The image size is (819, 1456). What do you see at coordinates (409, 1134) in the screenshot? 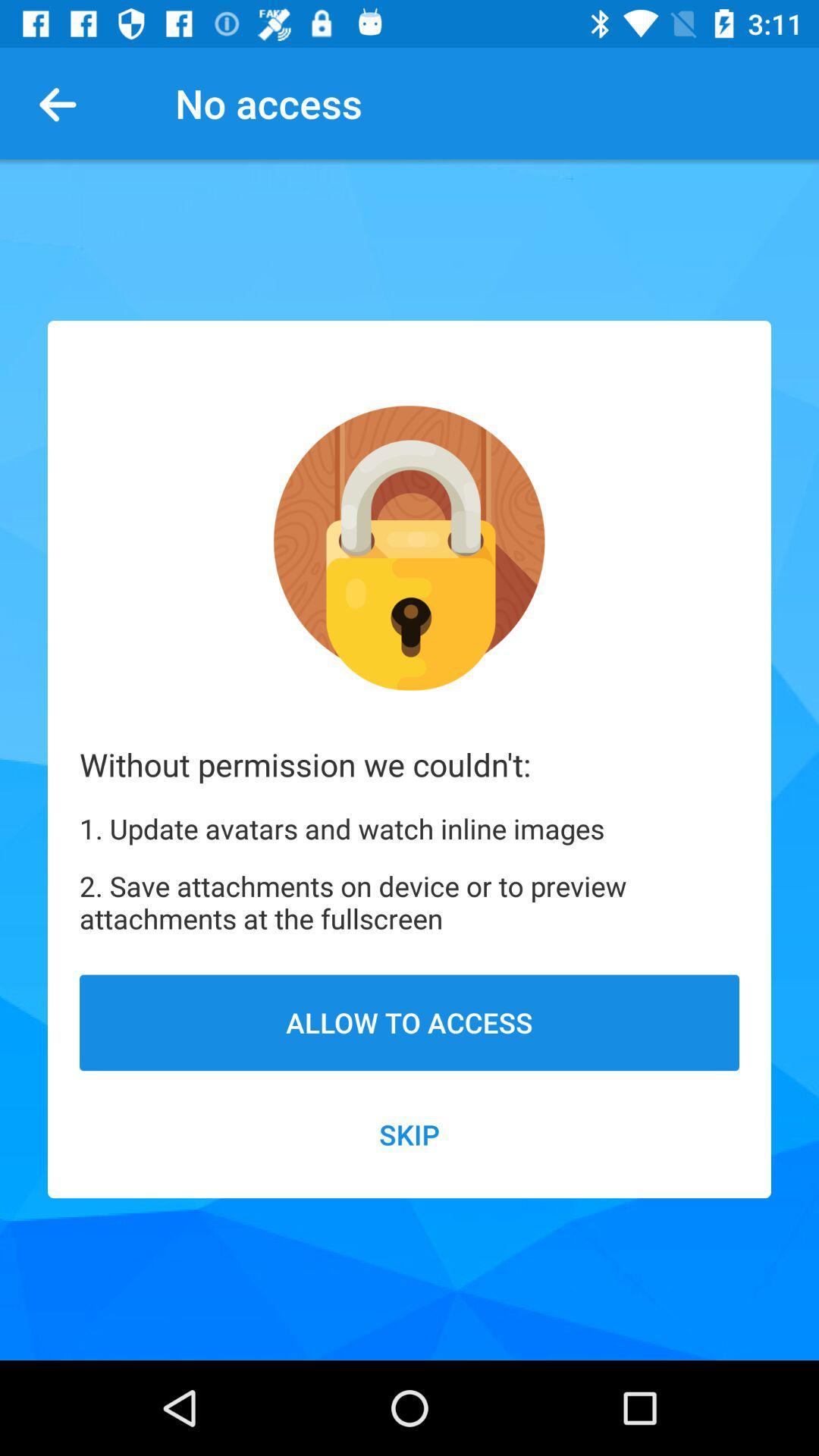
I see `the skip icon` at bounding box center [409, 1134].